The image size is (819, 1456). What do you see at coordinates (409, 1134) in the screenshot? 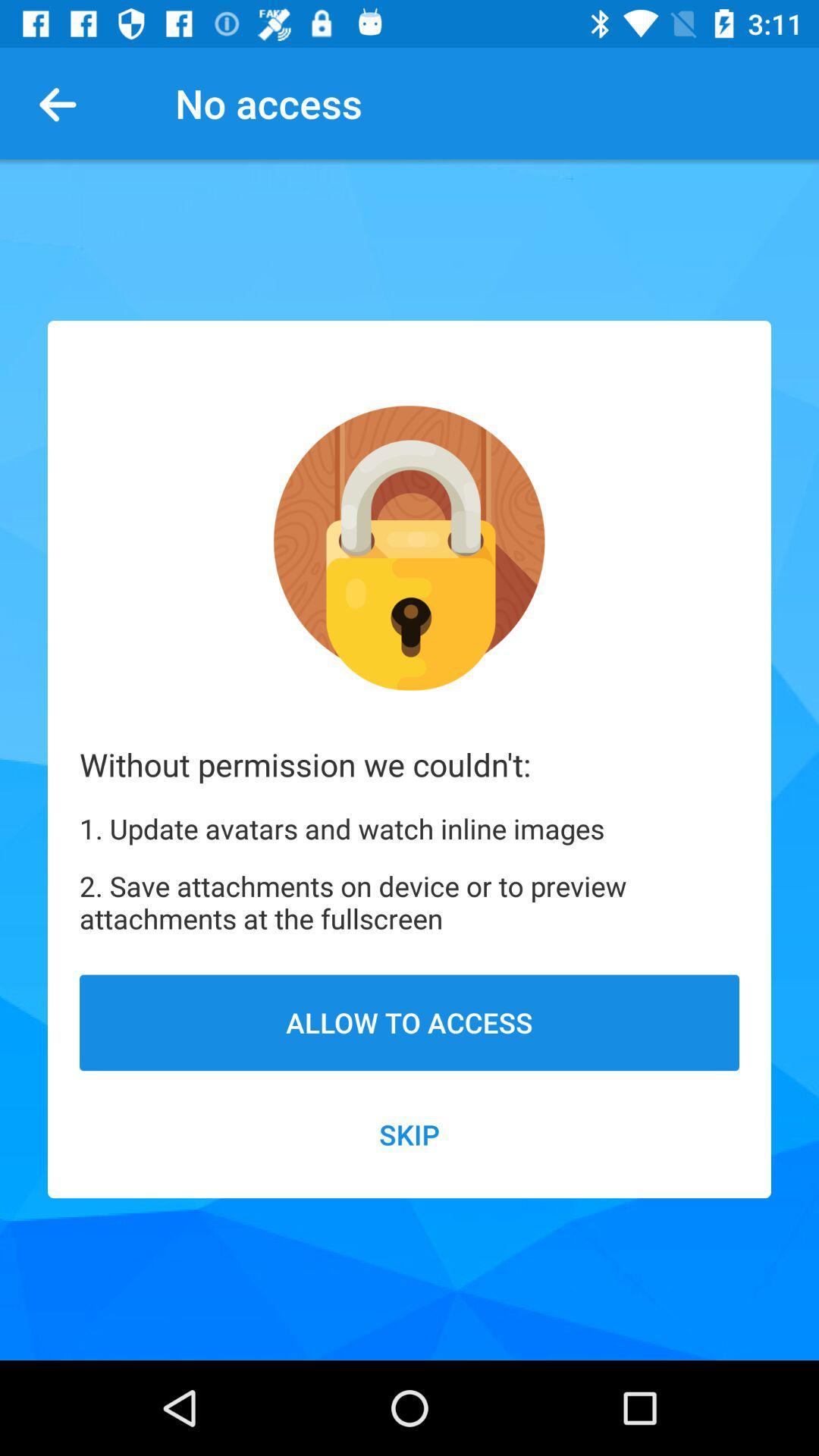
I see `the skip icon` at bounding box center [409, 1134].